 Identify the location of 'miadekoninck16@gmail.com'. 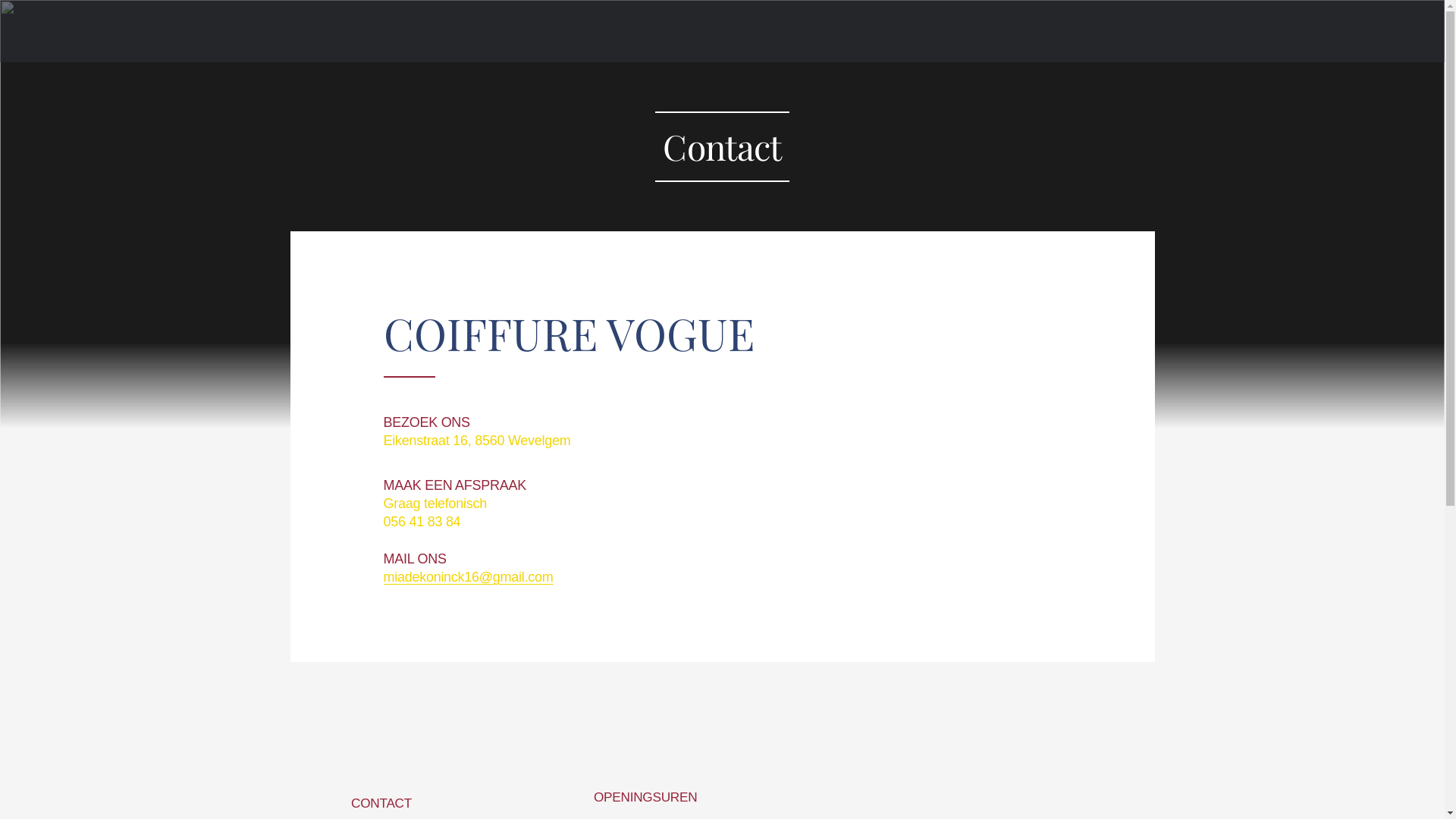
(467, 576).